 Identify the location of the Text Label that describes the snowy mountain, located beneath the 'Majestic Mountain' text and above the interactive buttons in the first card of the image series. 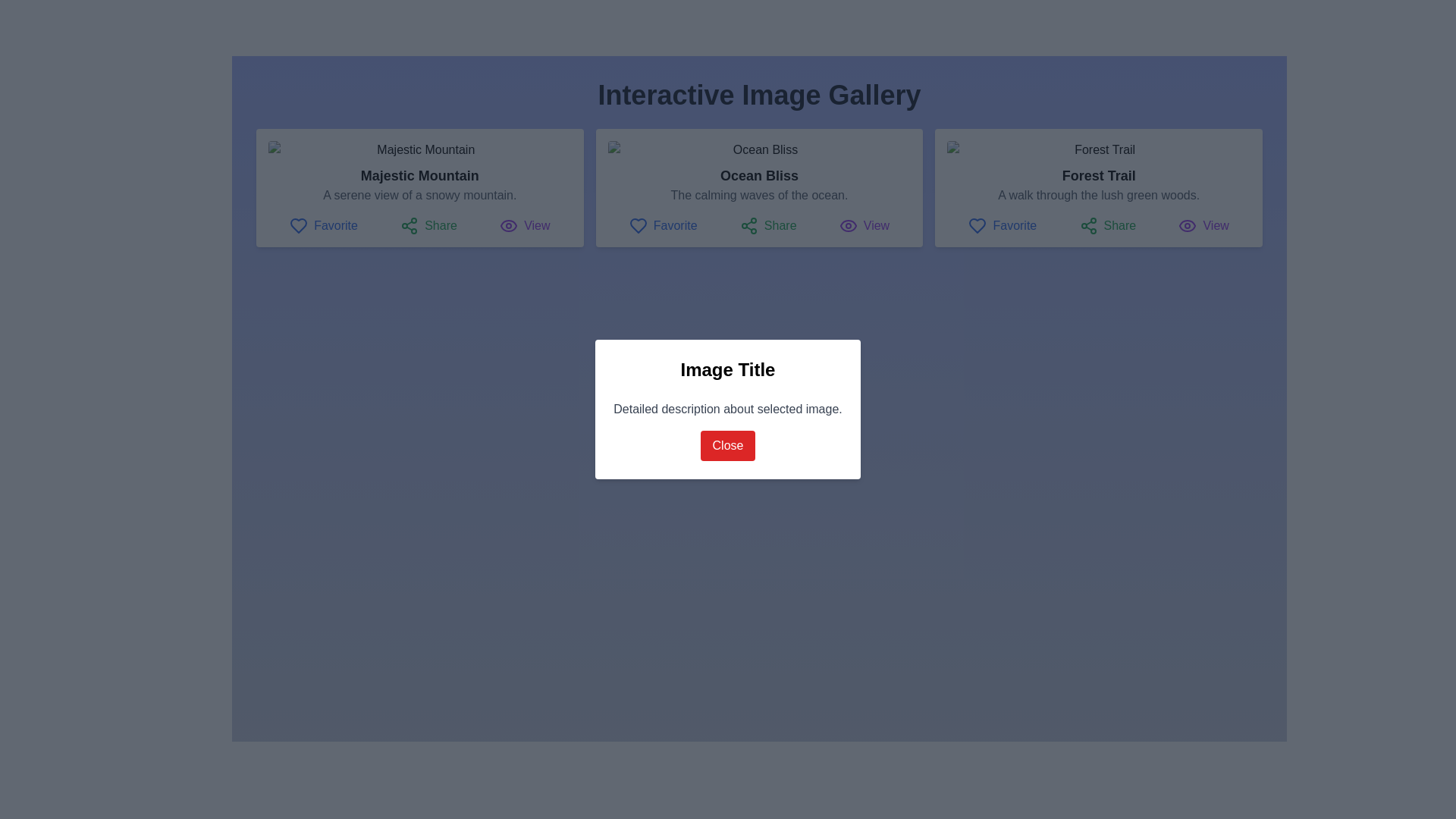
(419, 195).